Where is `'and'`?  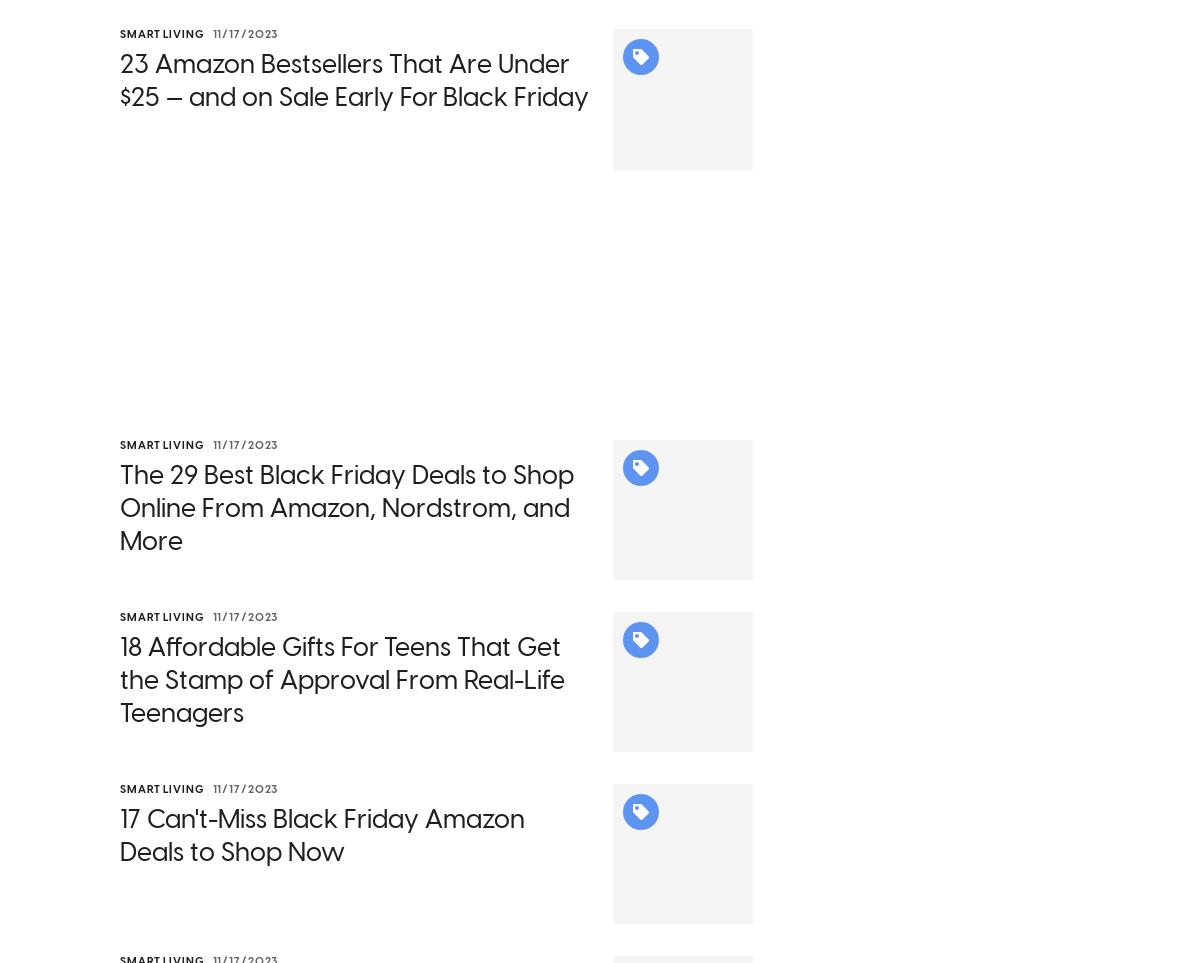 'and' is located at coordinates (656, 158).